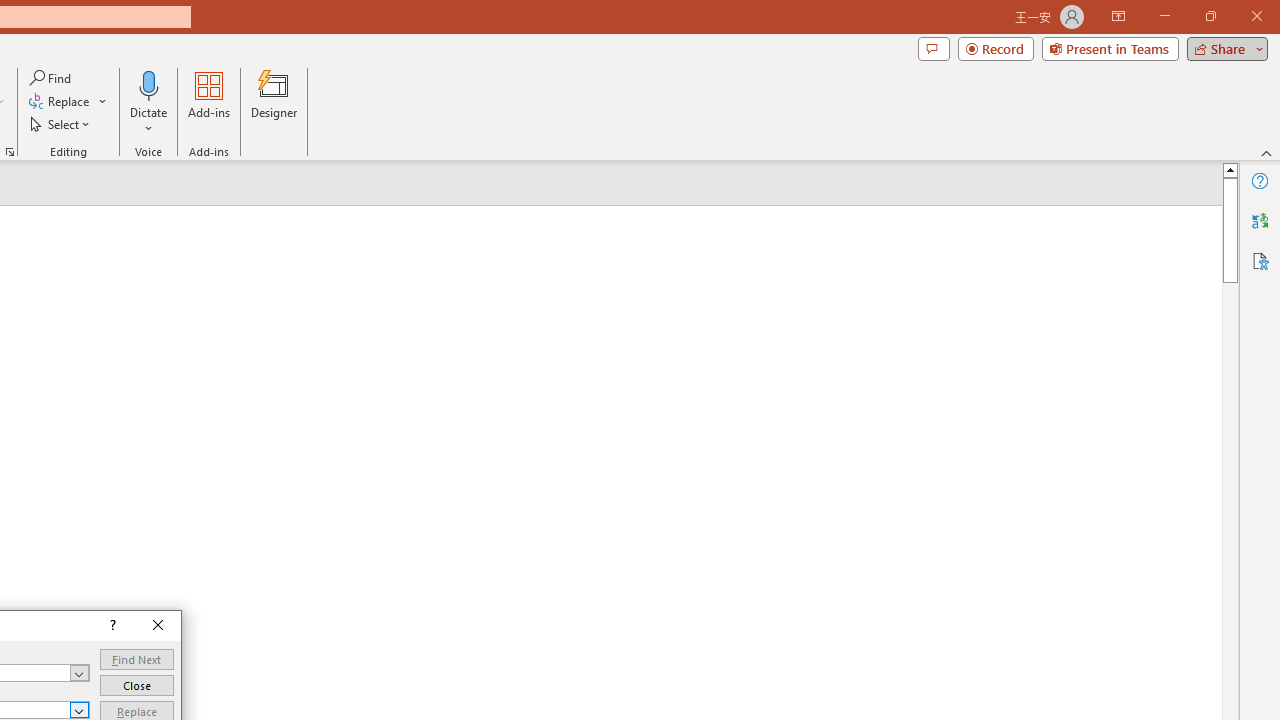 This screenshot has height=720, width=1280. Describe the element at coordinates (80, 708) in the screenshot. I see `'Open'` at that location.